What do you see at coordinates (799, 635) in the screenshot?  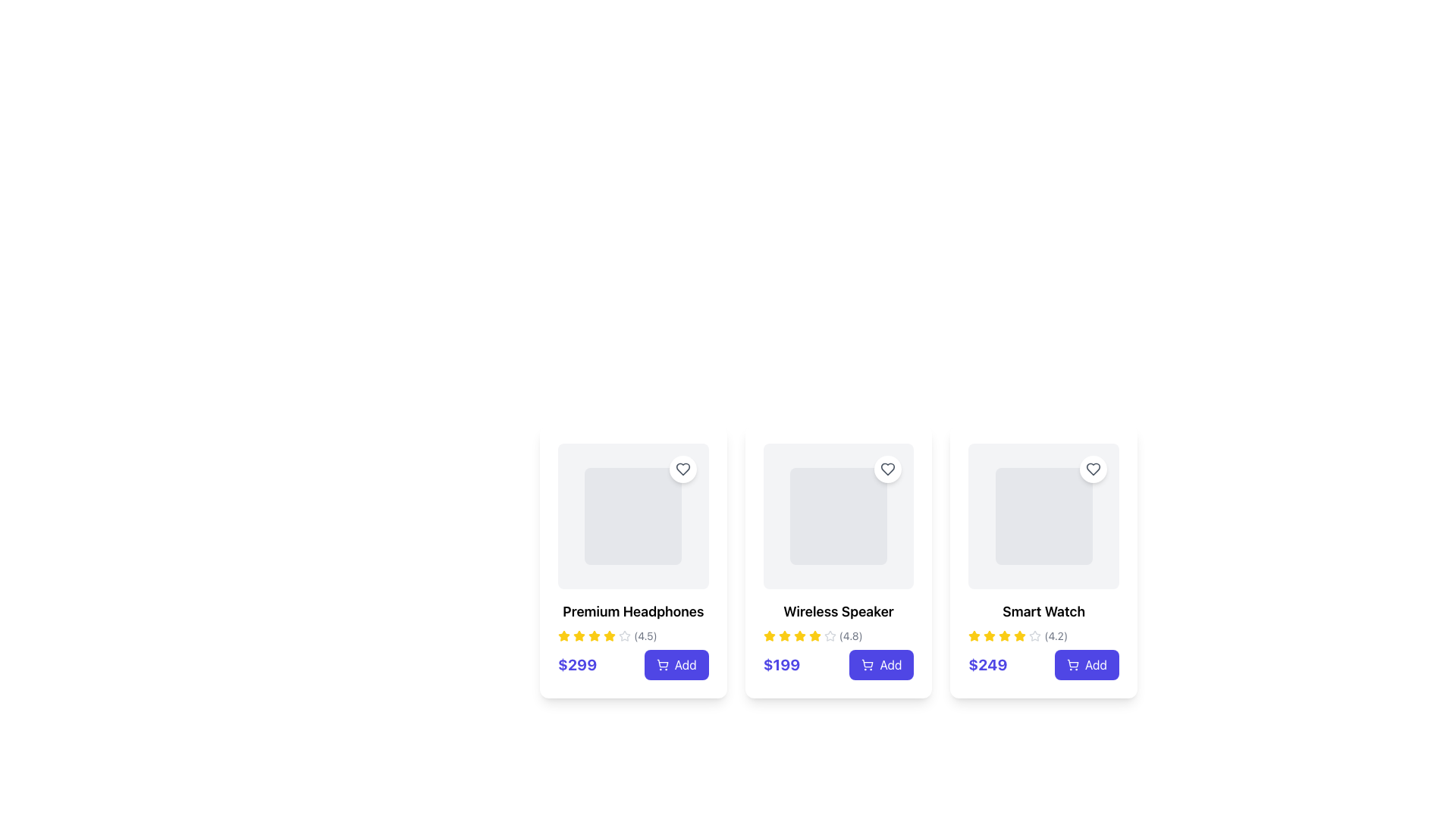 I see `the fourth yellow star icon in the rating section of the 'Wireless Speaker' product card to interact with it` at bounding box center [799, 635].